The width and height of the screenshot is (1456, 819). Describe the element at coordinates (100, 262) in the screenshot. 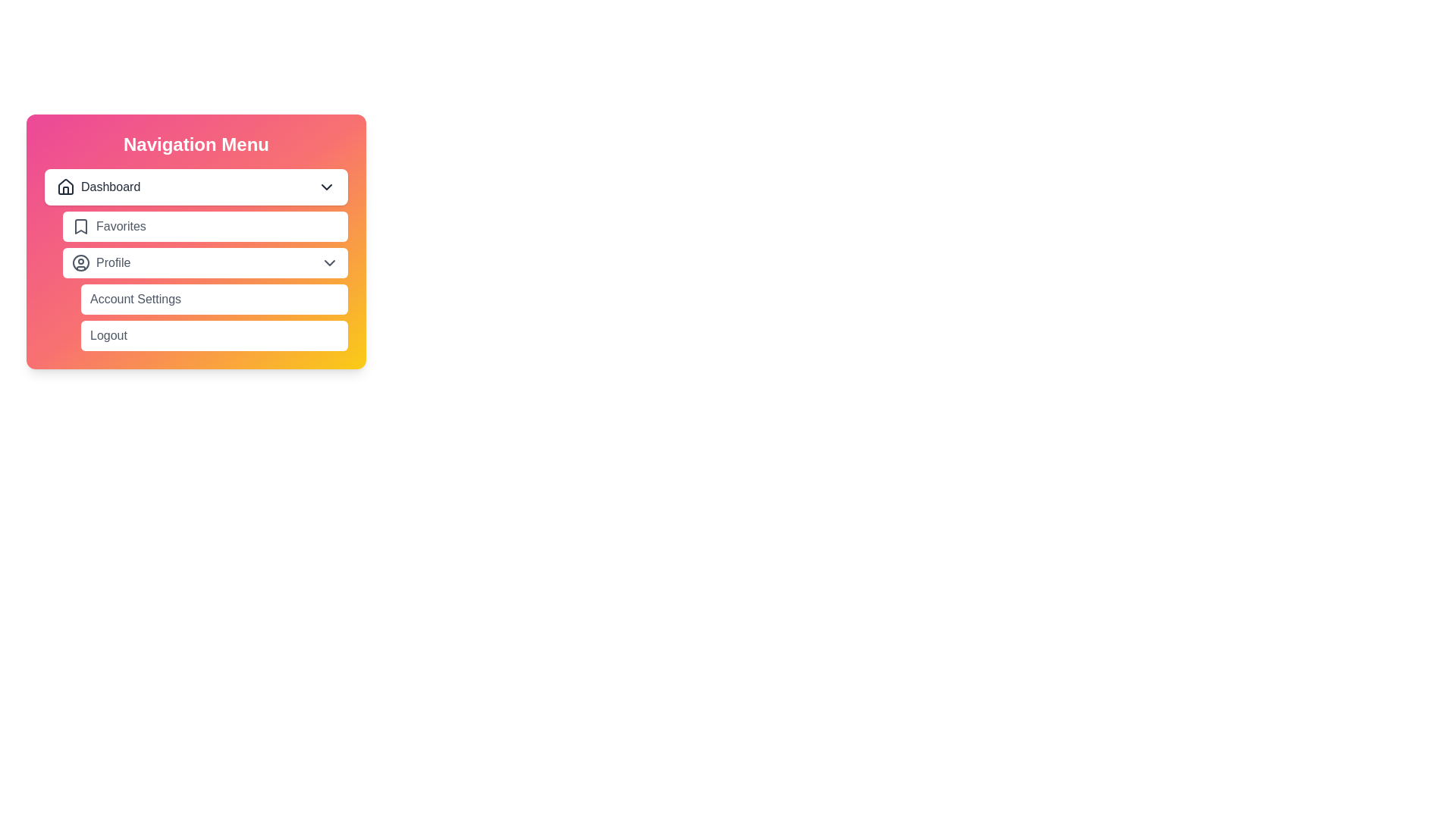

I see `the 'Profile' text label in the vertical navigation menu` at that location.